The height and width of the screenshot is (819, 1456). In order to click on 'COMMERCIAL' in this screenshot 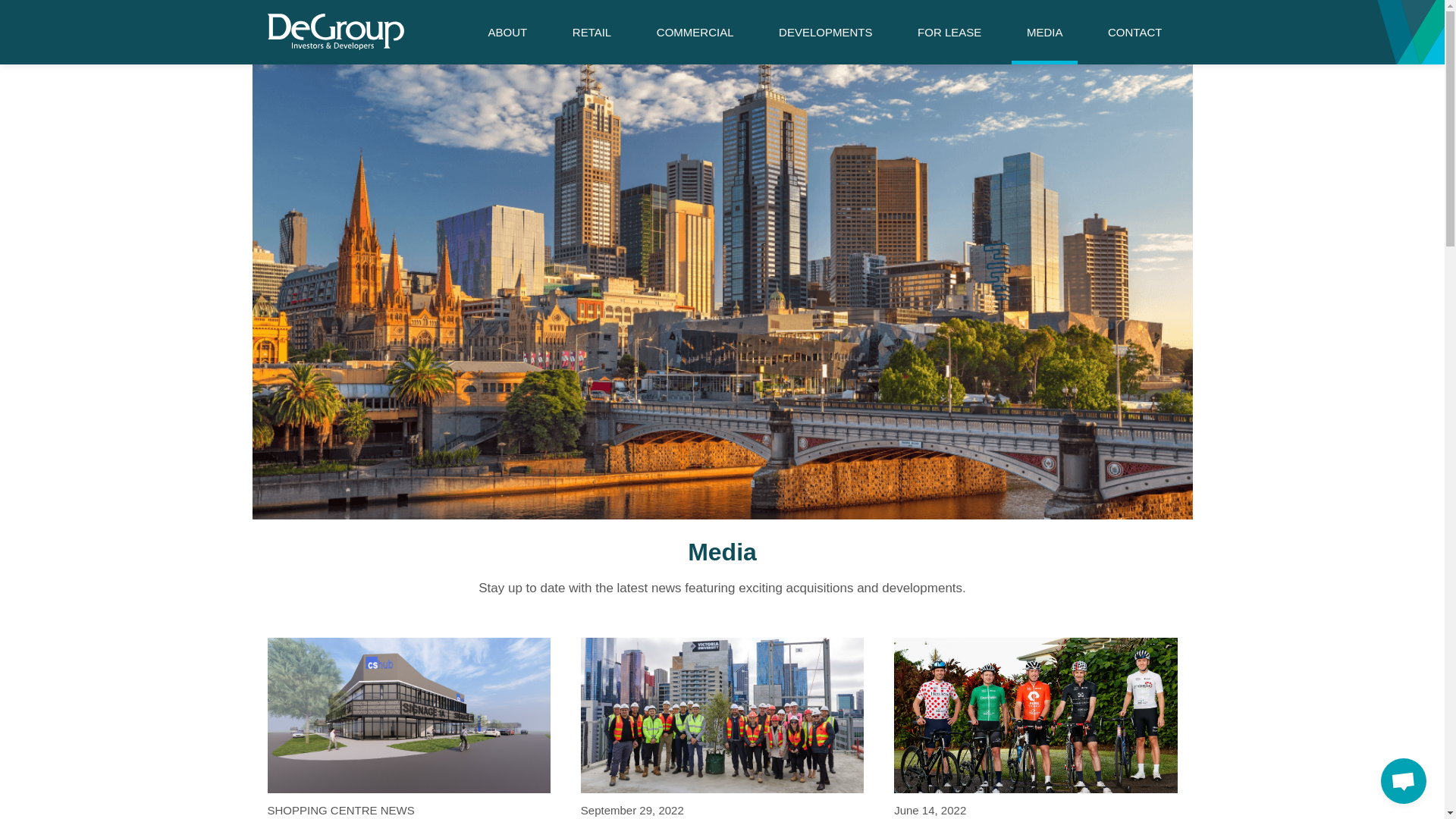, I will do `click(694, 32)`.